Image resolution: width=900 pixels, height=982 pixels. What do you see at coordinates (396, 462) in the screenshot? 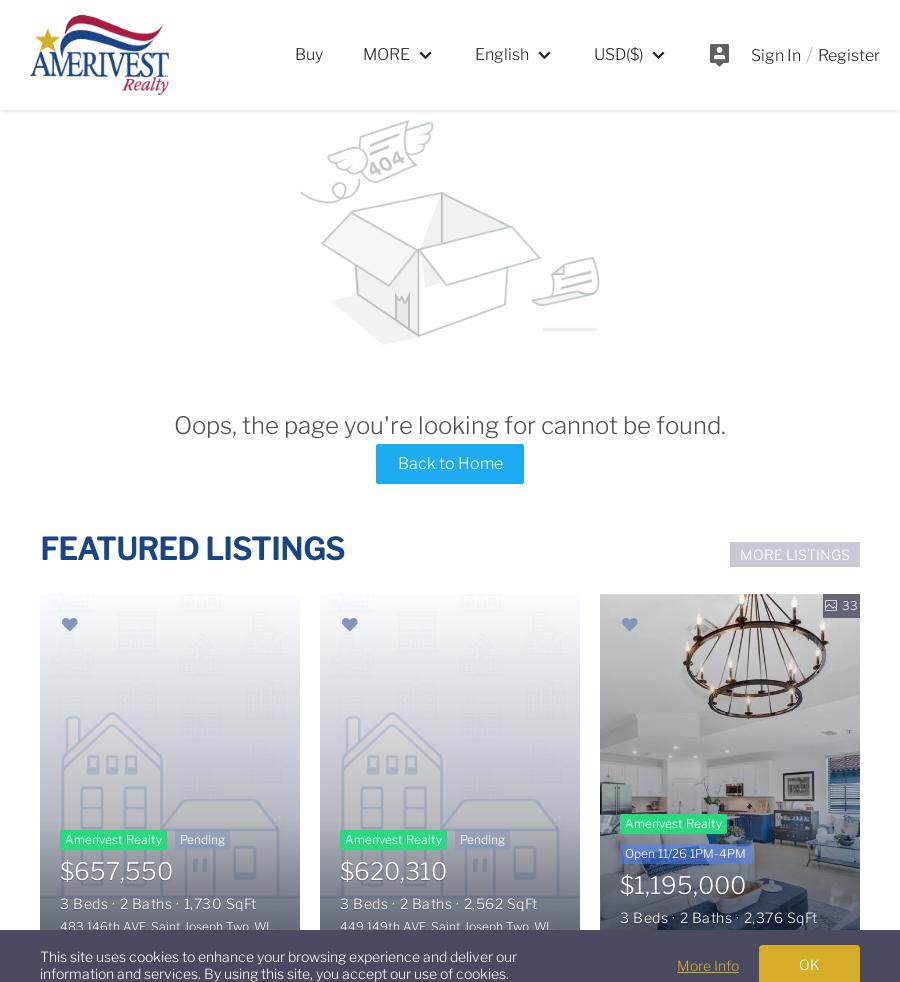
I see `'Back to Home'` at bounding box center [396, 462].